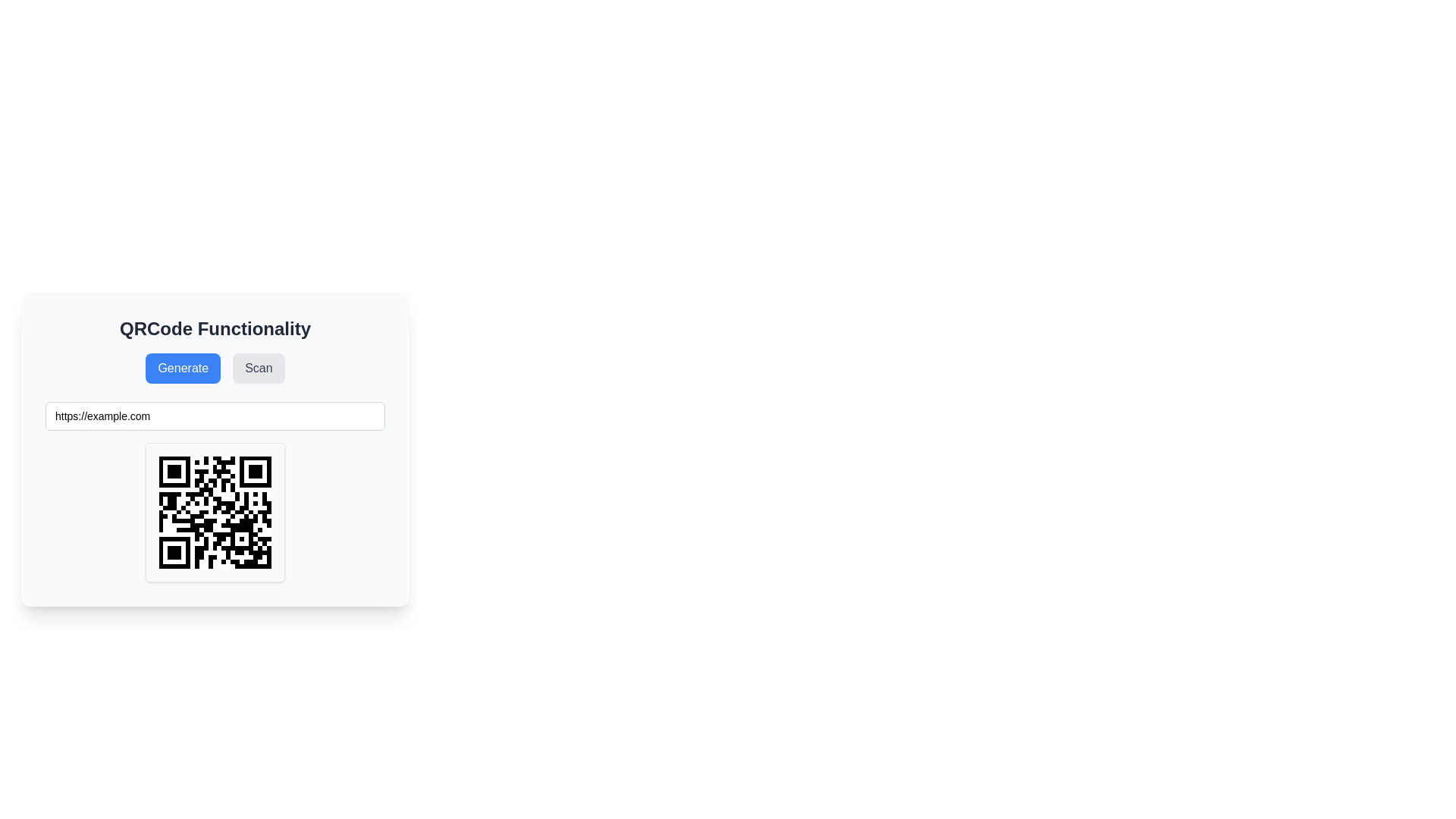  What do you see at coordinates (214, 369) in the screenshot?
I see `the button group consisting of a blue 'Generate' button and a gray 'Scan' button, located beneath the header 'QRCode Functionality'` at bounding box center [214, 369].